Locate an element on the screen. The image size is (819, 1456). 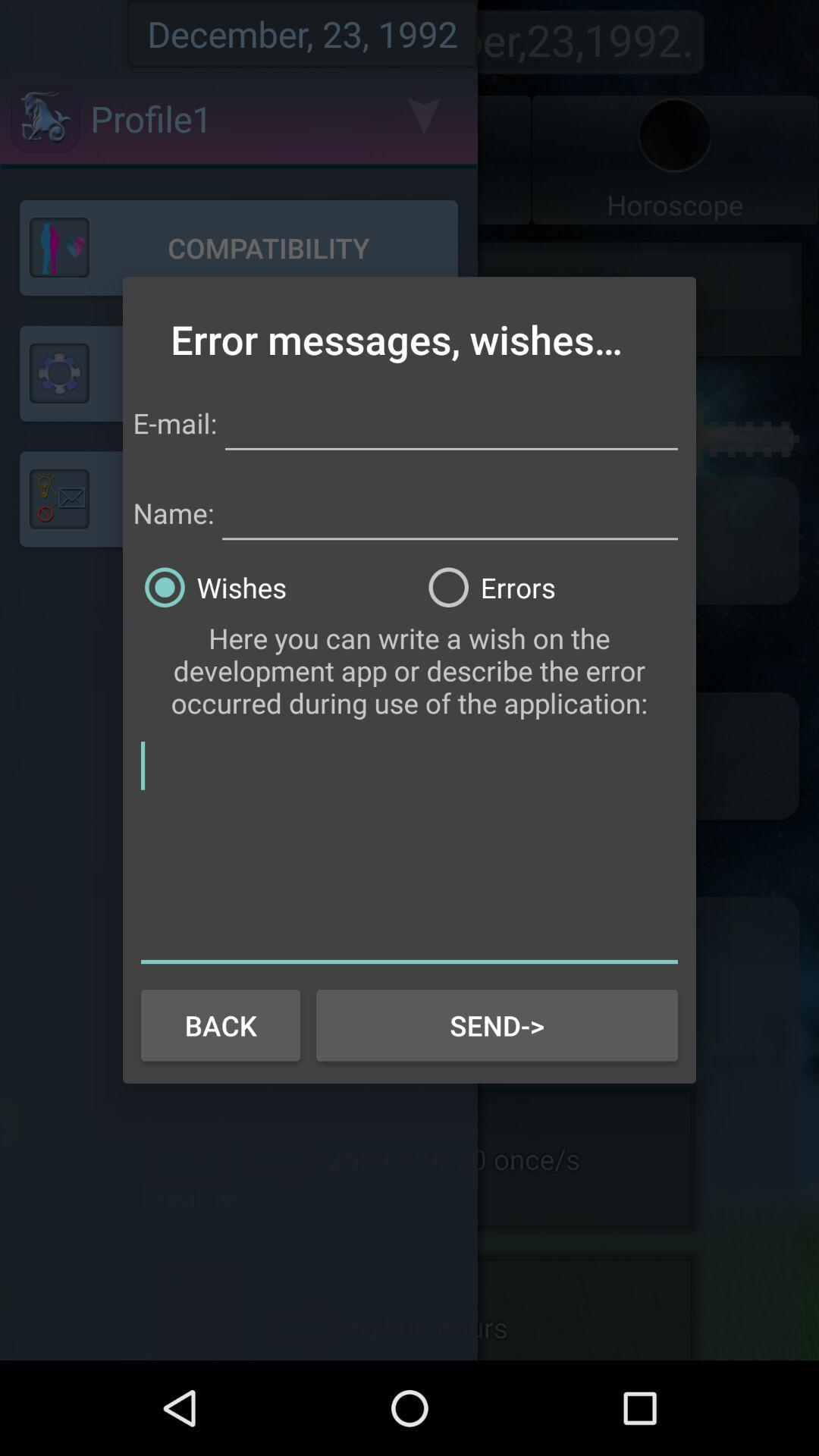
type text is located at coordinates (450, 421).